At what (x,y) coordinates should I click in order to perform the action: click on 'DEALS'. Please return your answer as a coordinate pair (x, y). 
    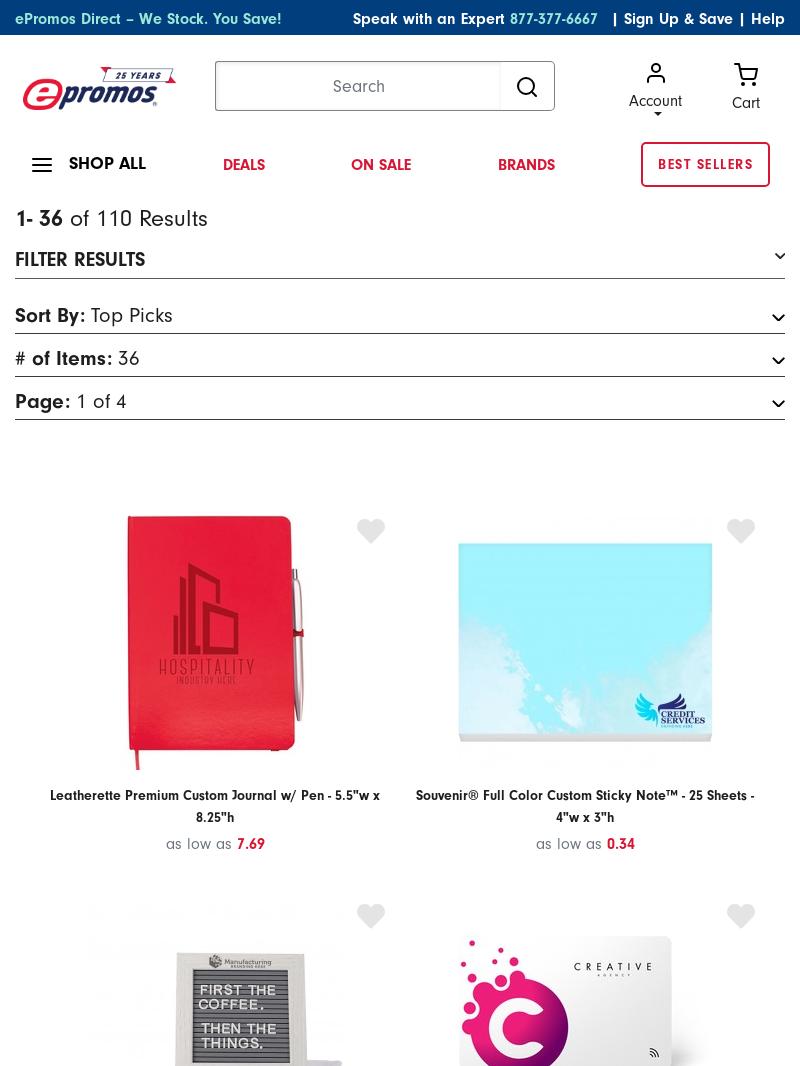
    Looking at the image, I should click on (242, 162).